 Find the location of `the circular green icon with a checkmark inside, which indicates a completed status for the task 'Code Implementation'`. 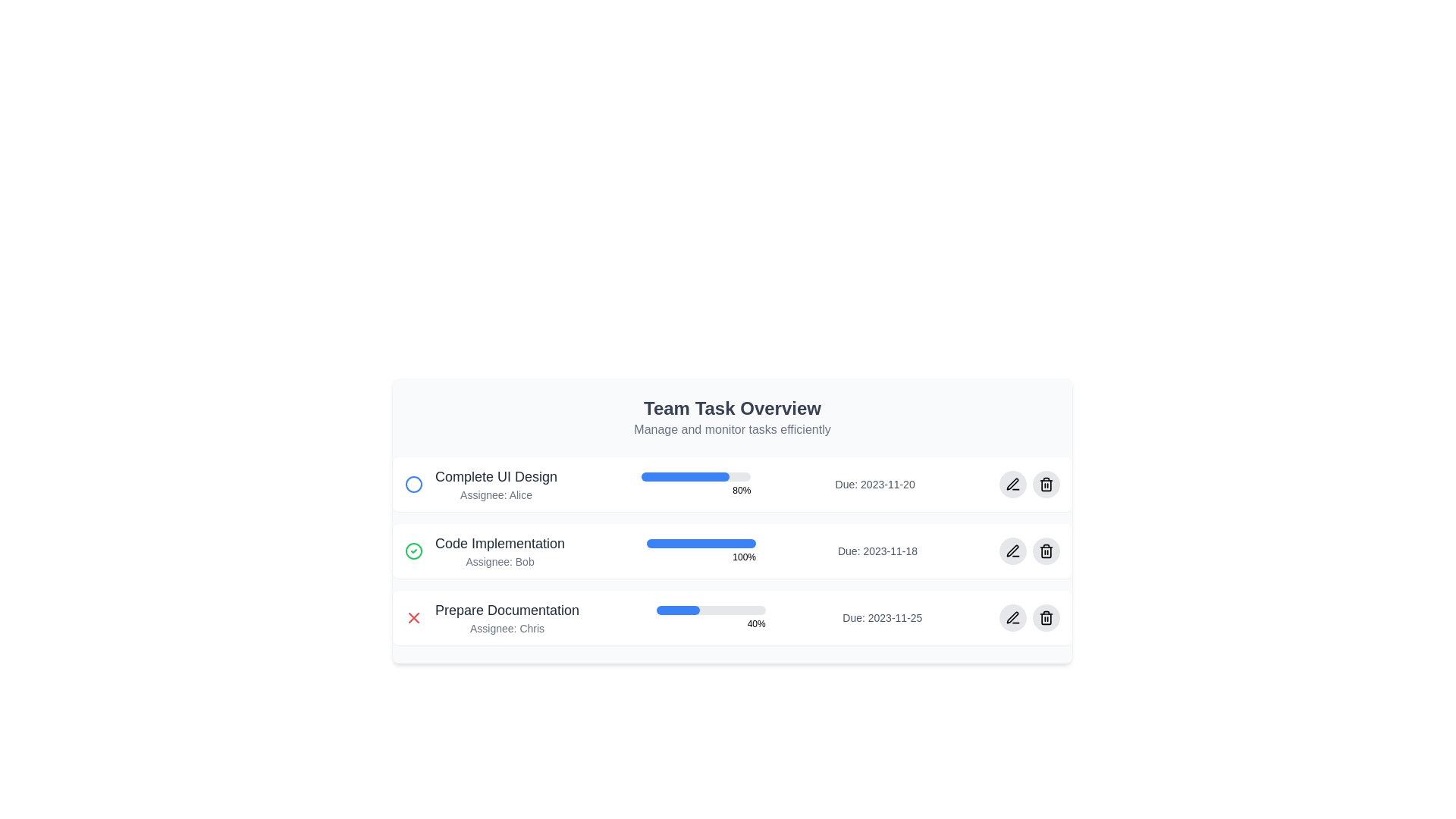

the circular green icon with a checkmark inside, which indicates a completed status for the task 'Code Implementation' is located at coordinates (414, 551).